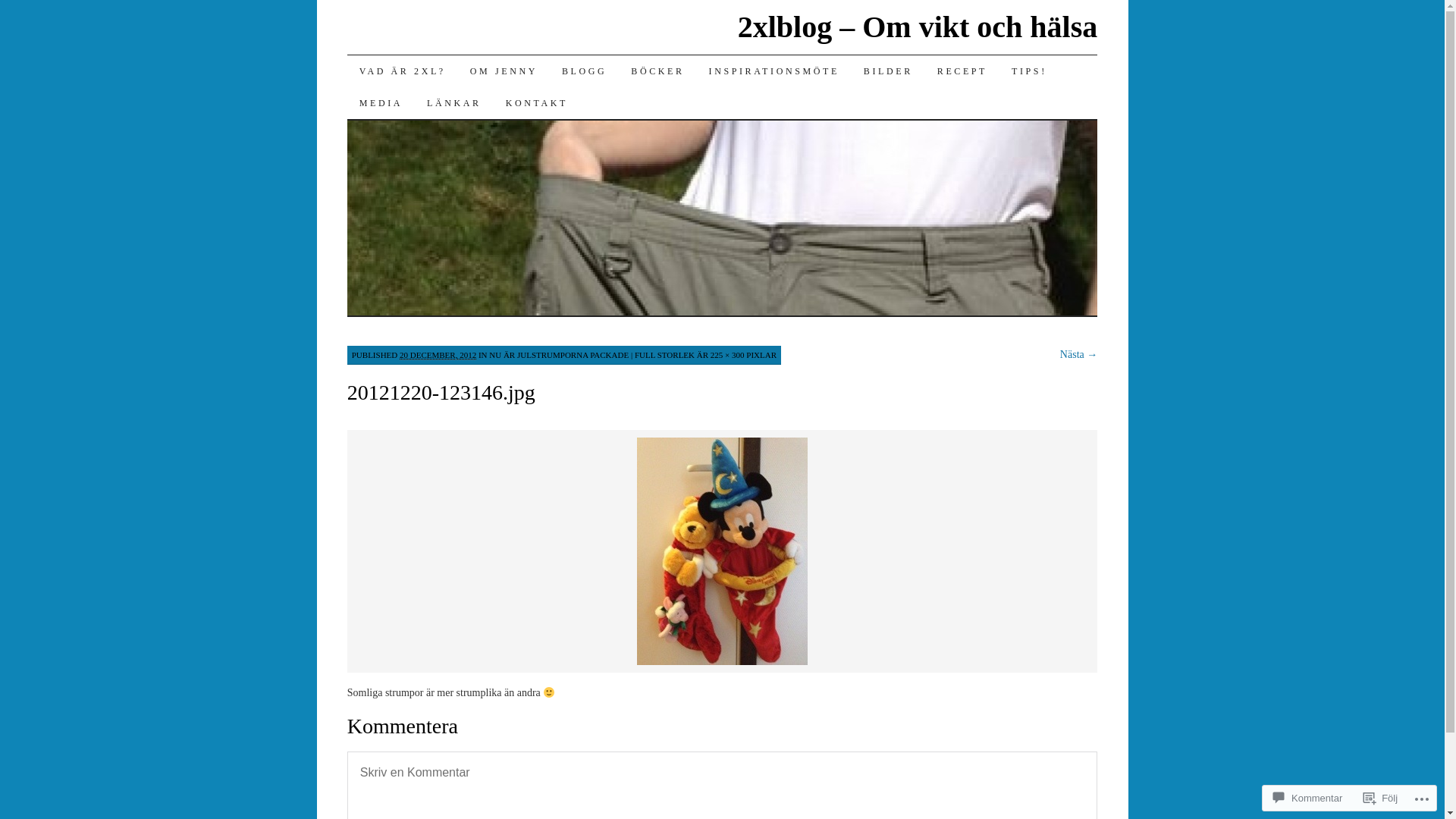 The height and width of the screenshot is (819, 1456). Describe the element at coordinates (504, 71) in the screenshot. I see `'OM JENNY'` at that location.